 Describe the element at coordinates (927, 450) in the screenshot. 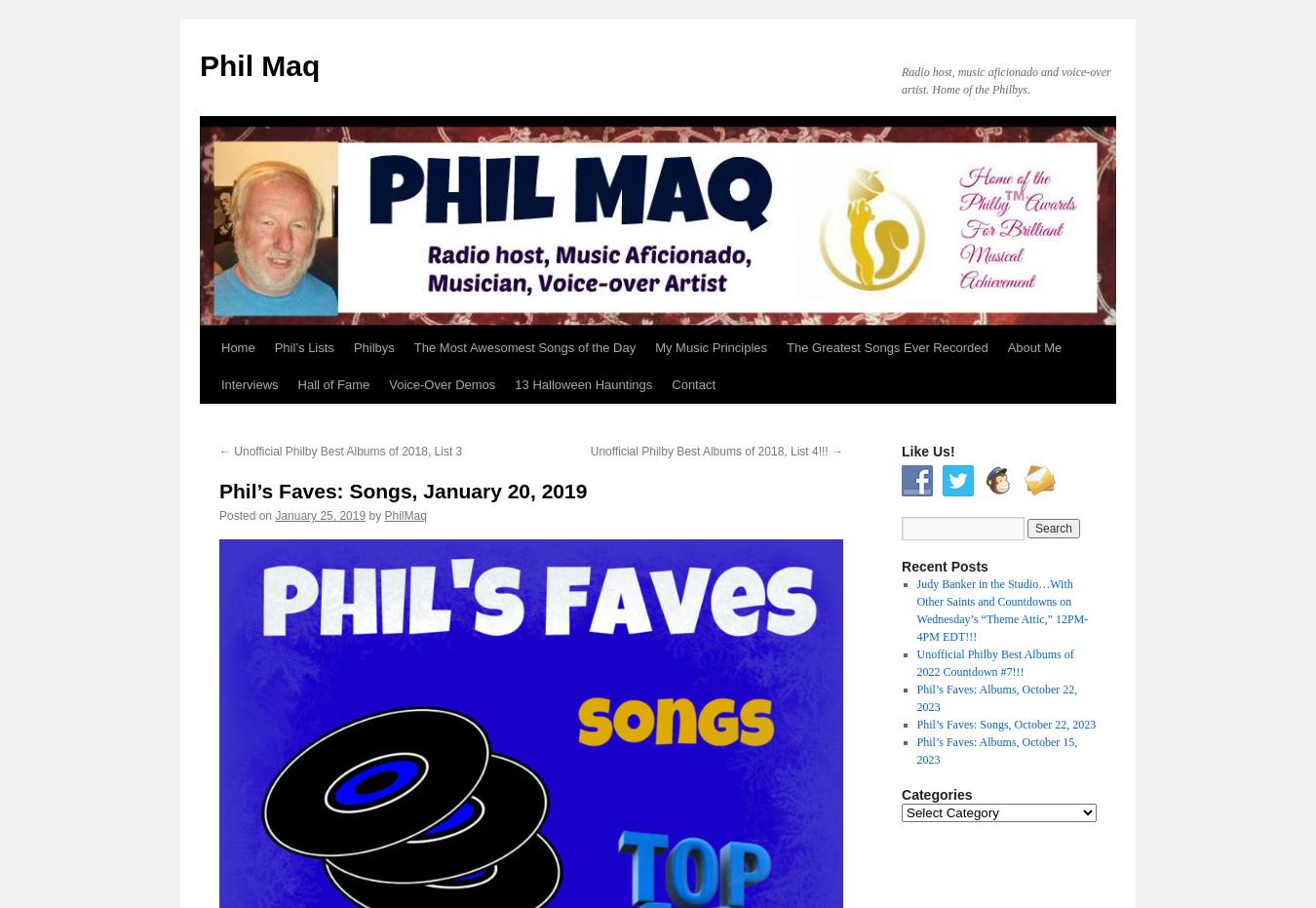

I see `'Like Us!'` at that location.